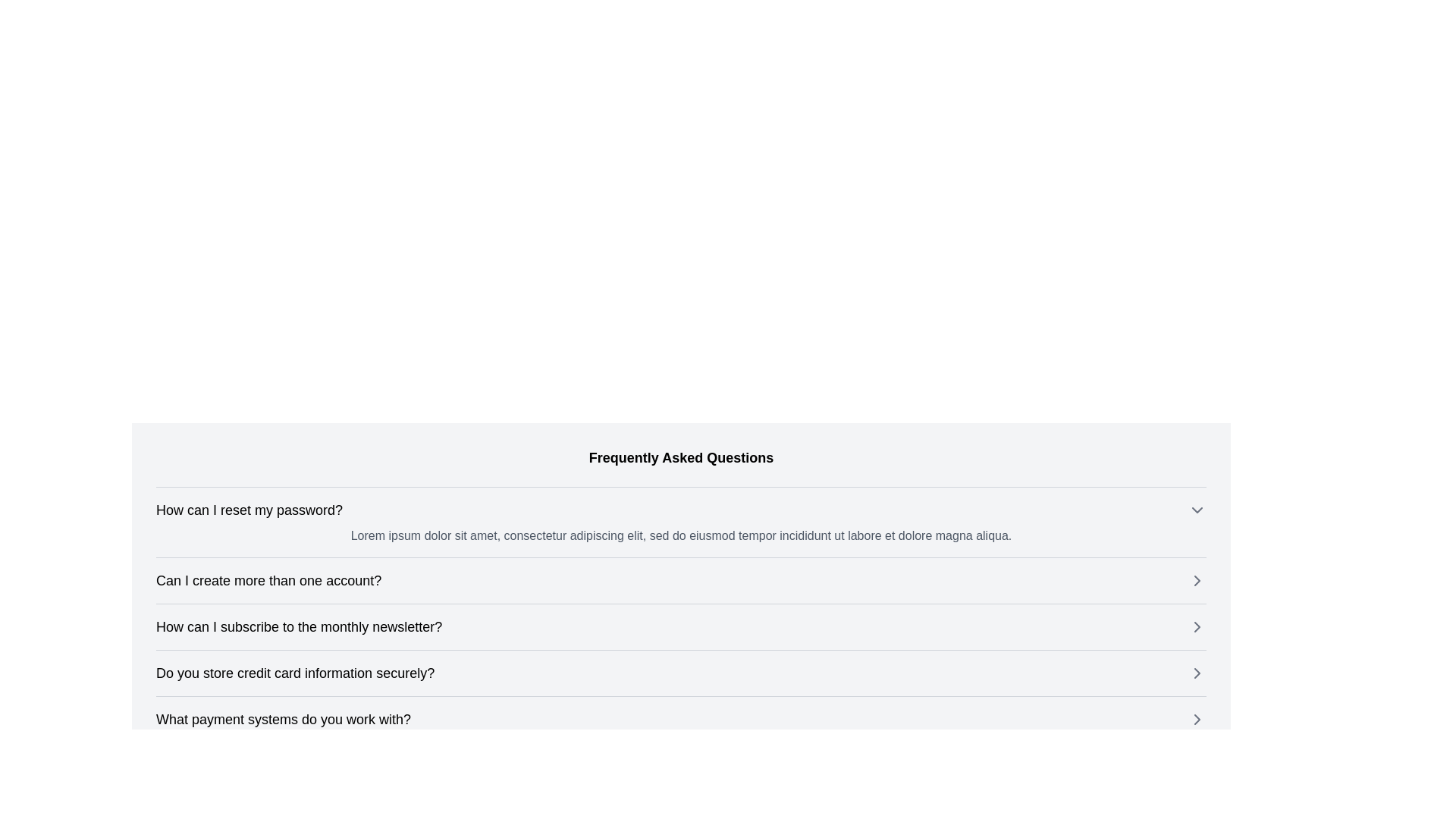 This screenshot has height=819, width=1456. What do you see at coordinates (295, 672) in the screenshot?
I see `the text label that displays the question 'Do you store credit card information securely?', which is styled in bold and larger font, located in the fourth row of the FAQ list` at bounding box center [295, 672].